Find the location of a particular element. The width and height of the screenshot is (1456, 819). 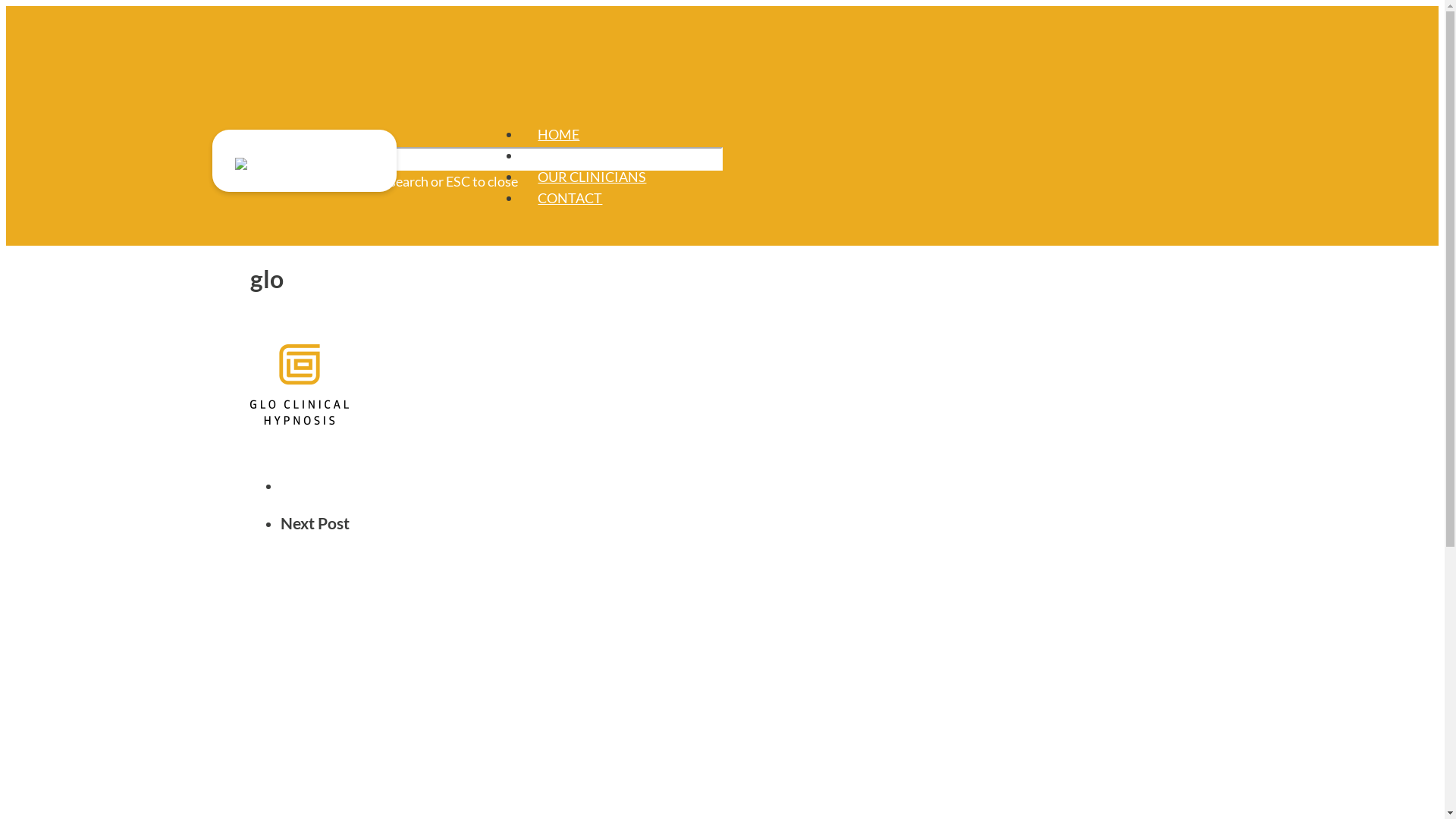

'OUR CLINICIANS' is located at coordinates (591, 175).